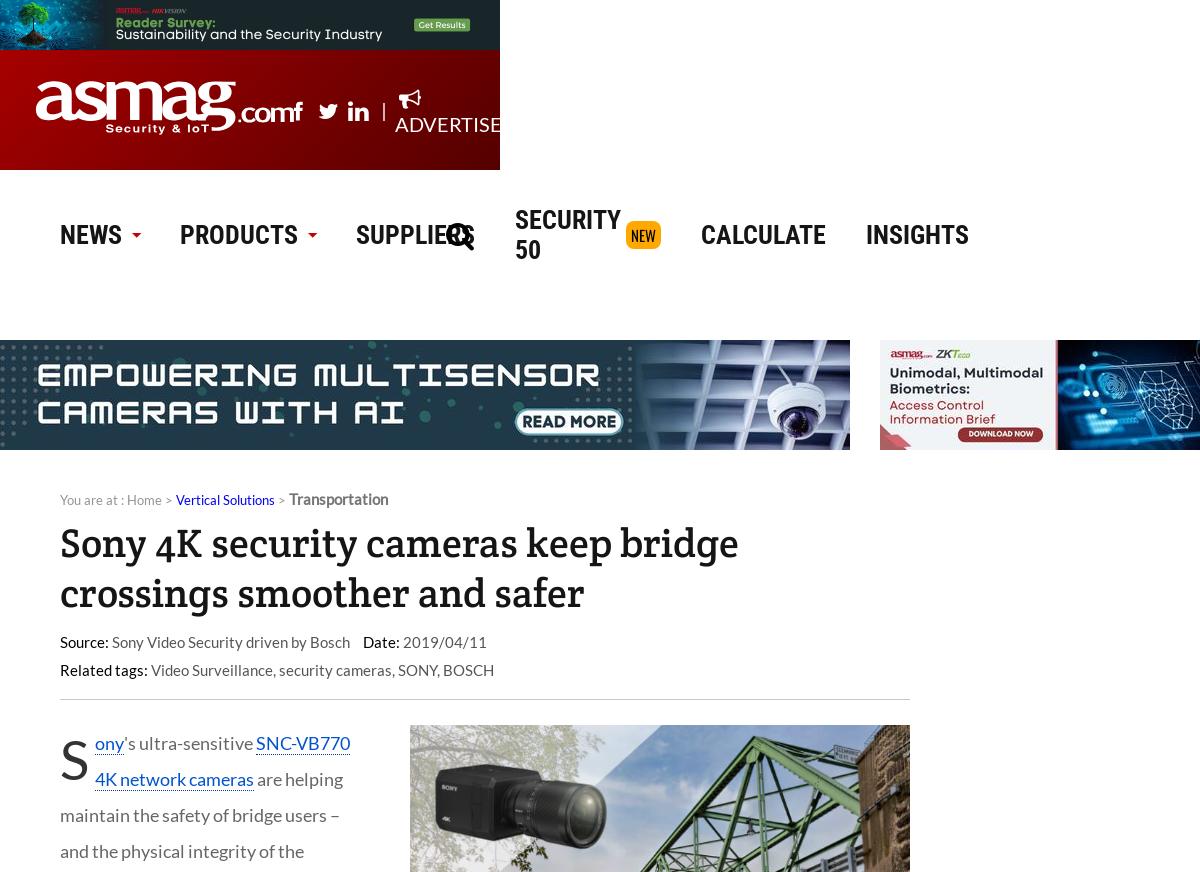 This screenshot has width=1200, height=872. Describe the element at coordinates (762, 234) in the screenshot. I see `'CALCULATE'` at that location.